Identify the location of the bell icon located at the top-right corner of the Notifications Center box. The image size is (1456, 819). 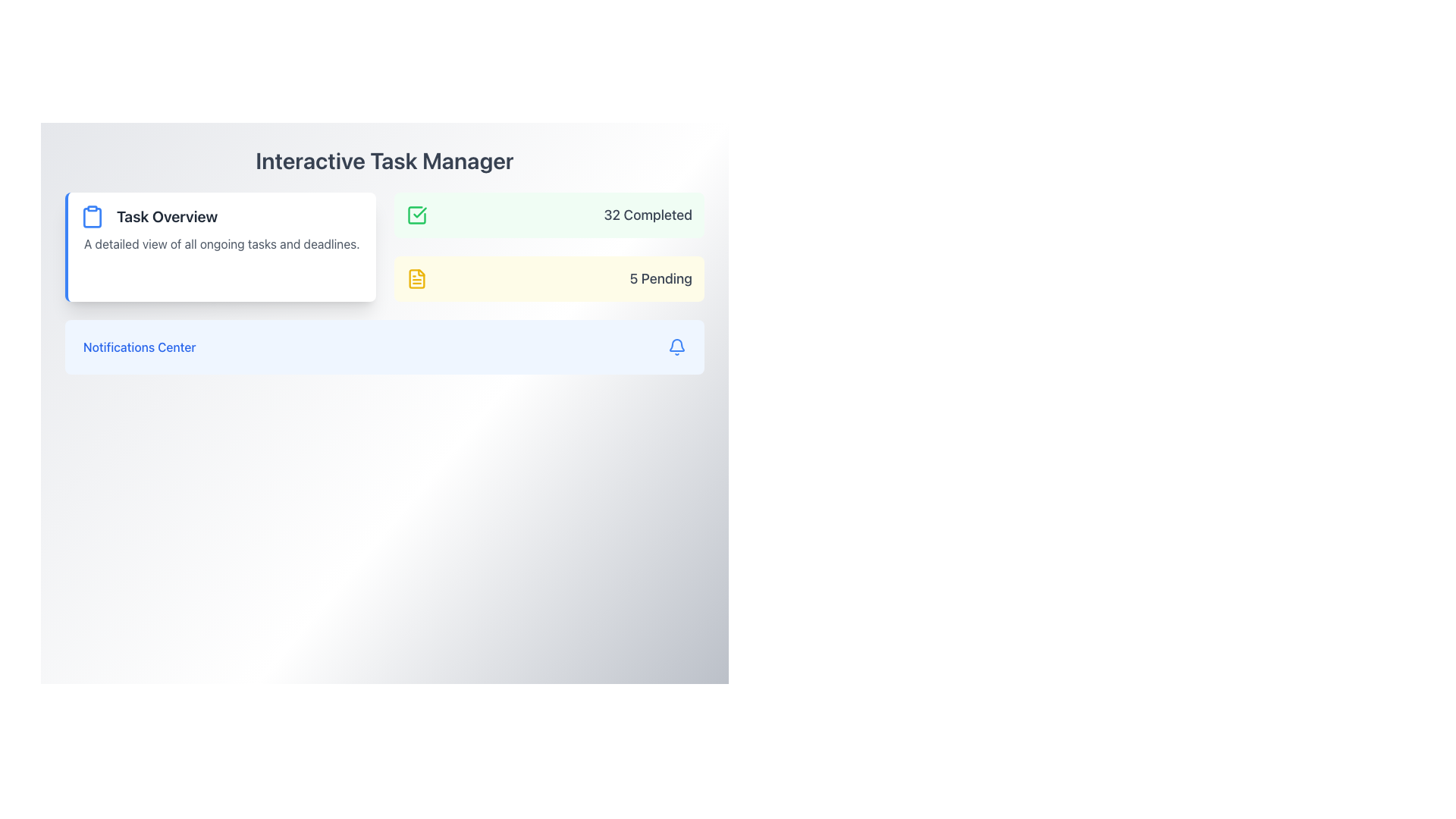
(676, 347).